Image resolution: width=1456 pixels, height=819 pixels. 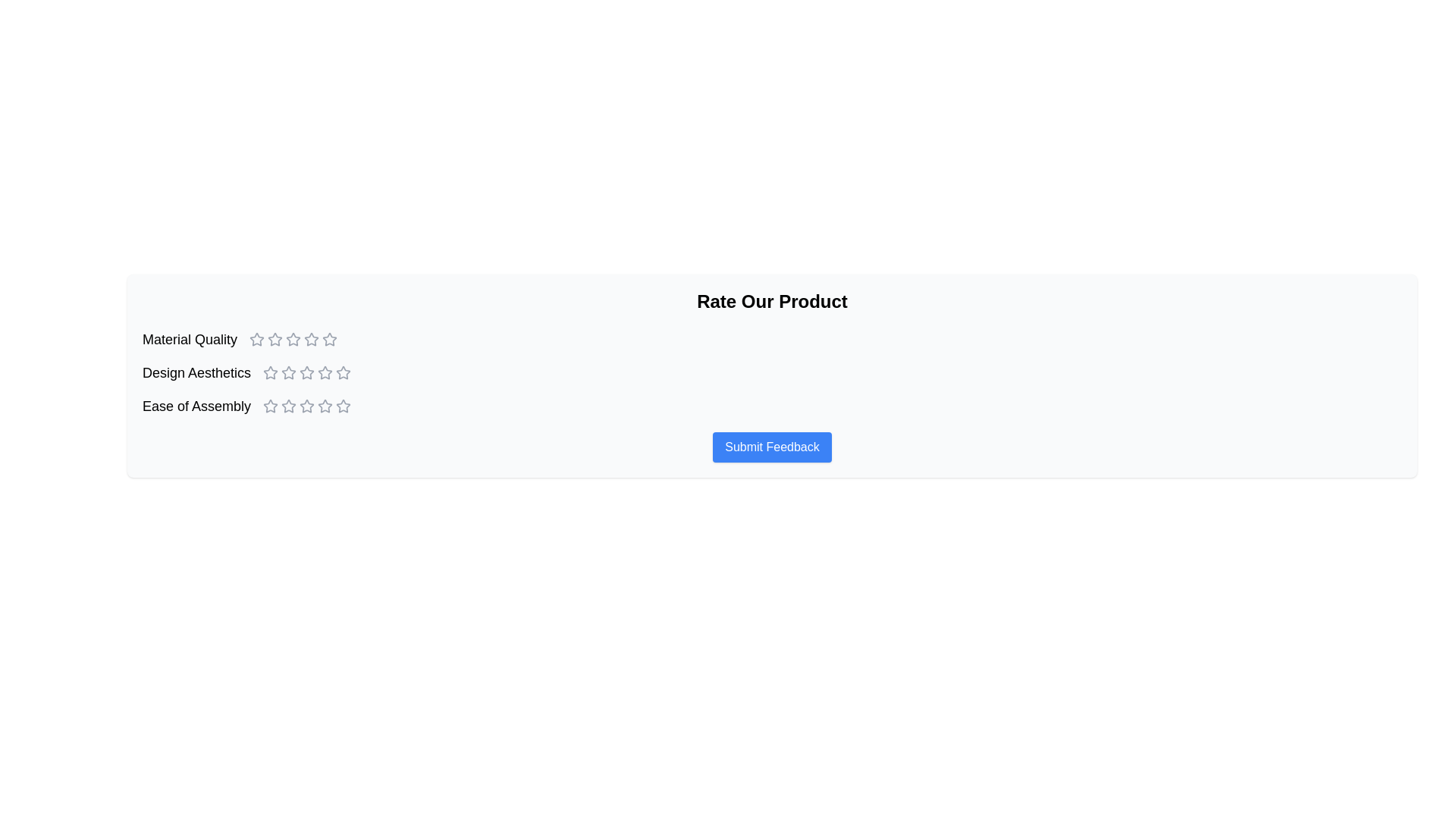 I want to click on the first star icon in the rating section, so click(x=257, y=338).